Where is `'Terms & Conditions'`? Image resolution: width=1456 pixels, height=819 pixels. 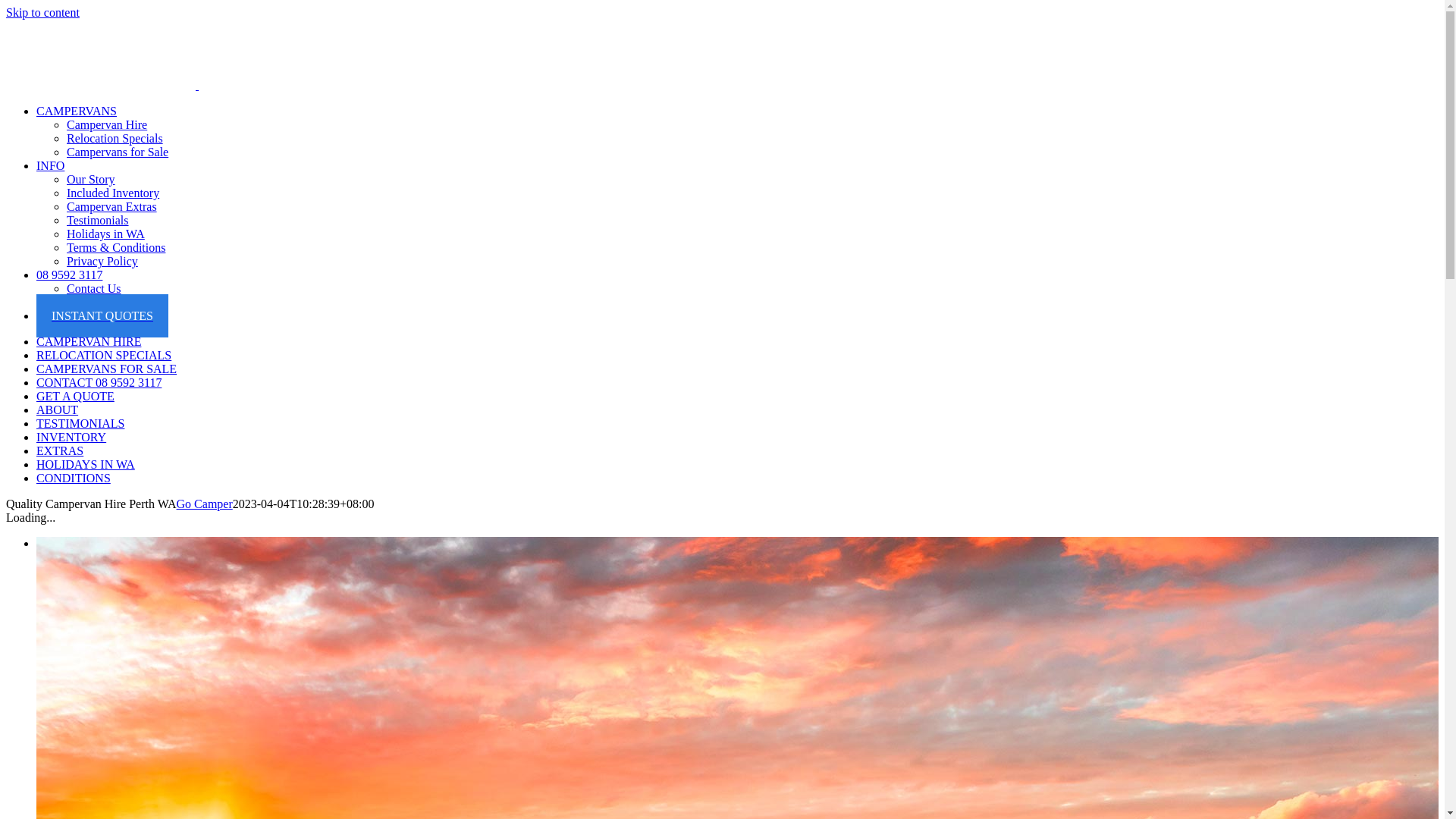
'Terms & Conditions' is located at coordinates (65, 246).